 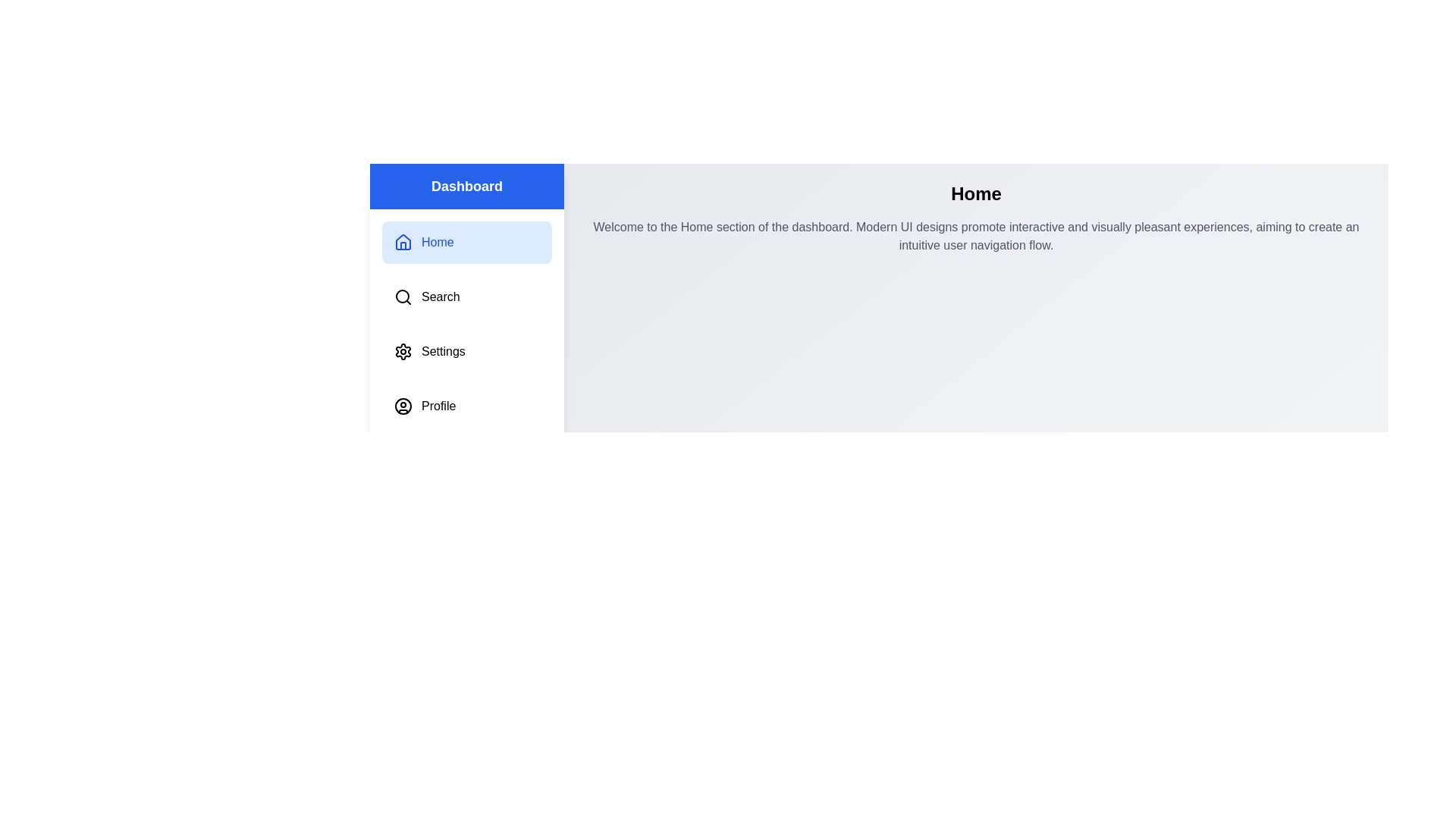 I want to click on the menu item corresponding to Search, so click(x=466, y=297).